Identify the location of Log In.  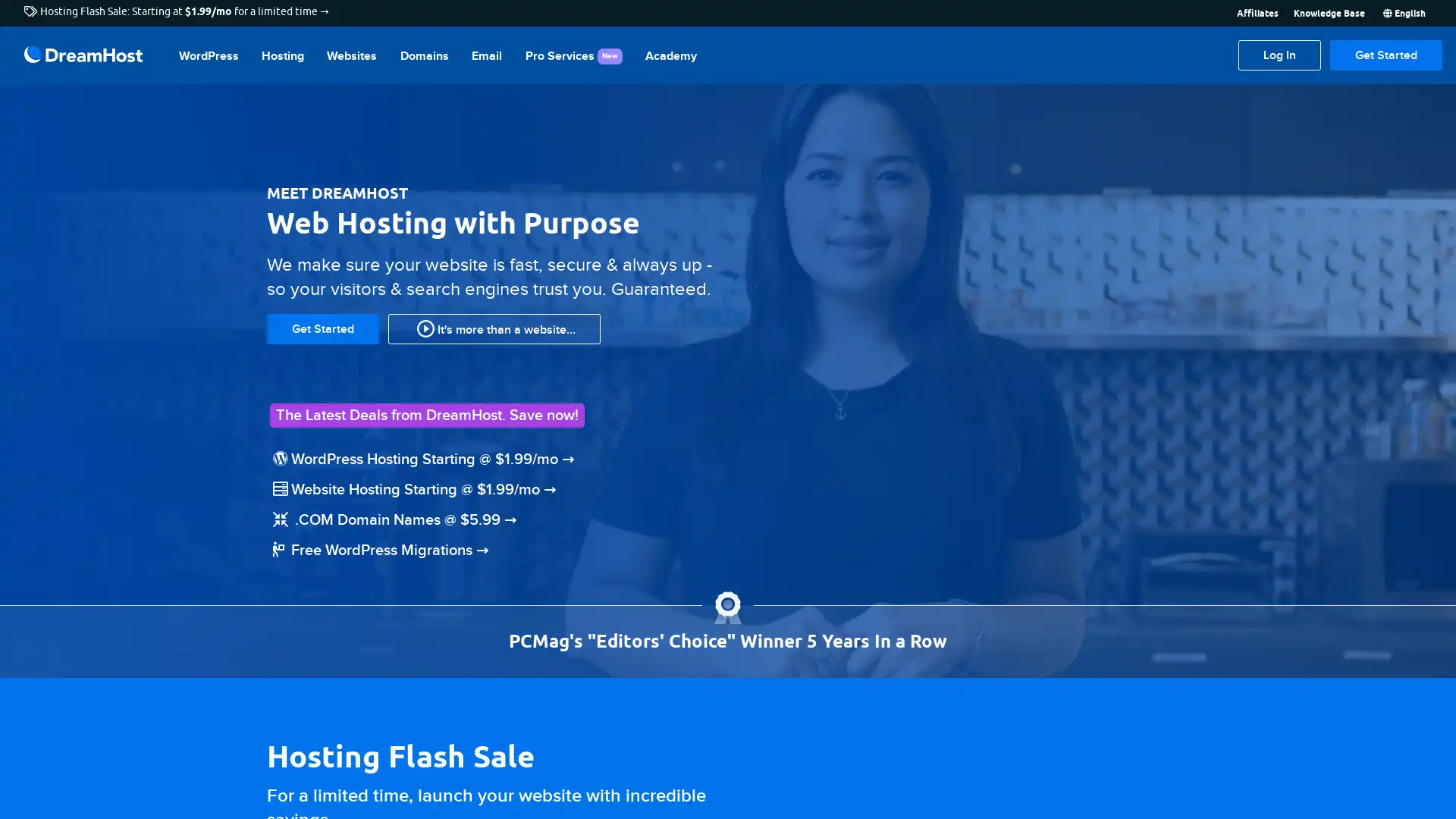
(1279, 55).